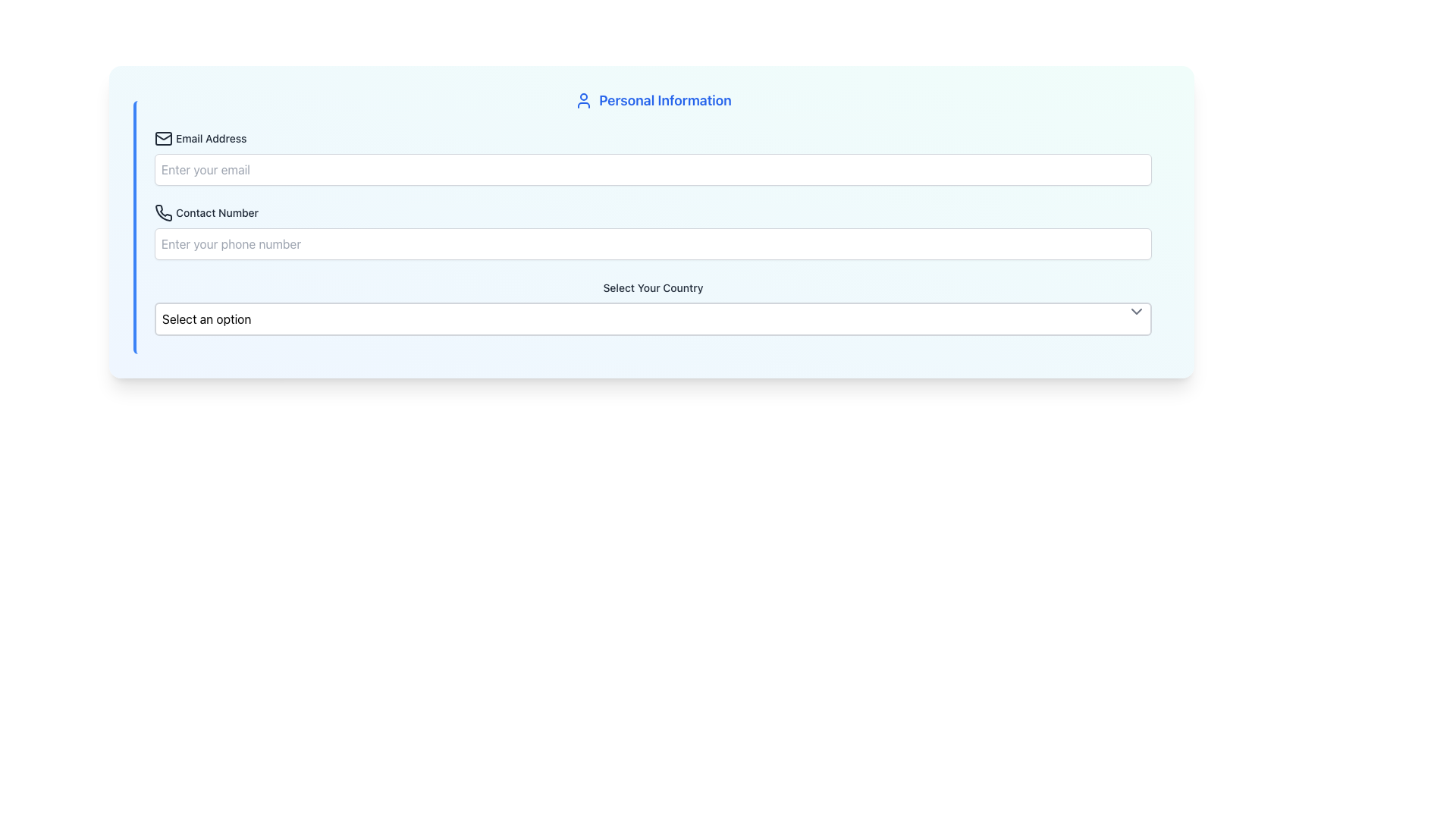 The image size is (1456, 819). What do you see at coordinates (164, 136) in the screenshot?
I see `the V-shaped graphical feature of the envelope icon, which is located to the left of the 'Email Address' label` at bounding box center [164, 136].